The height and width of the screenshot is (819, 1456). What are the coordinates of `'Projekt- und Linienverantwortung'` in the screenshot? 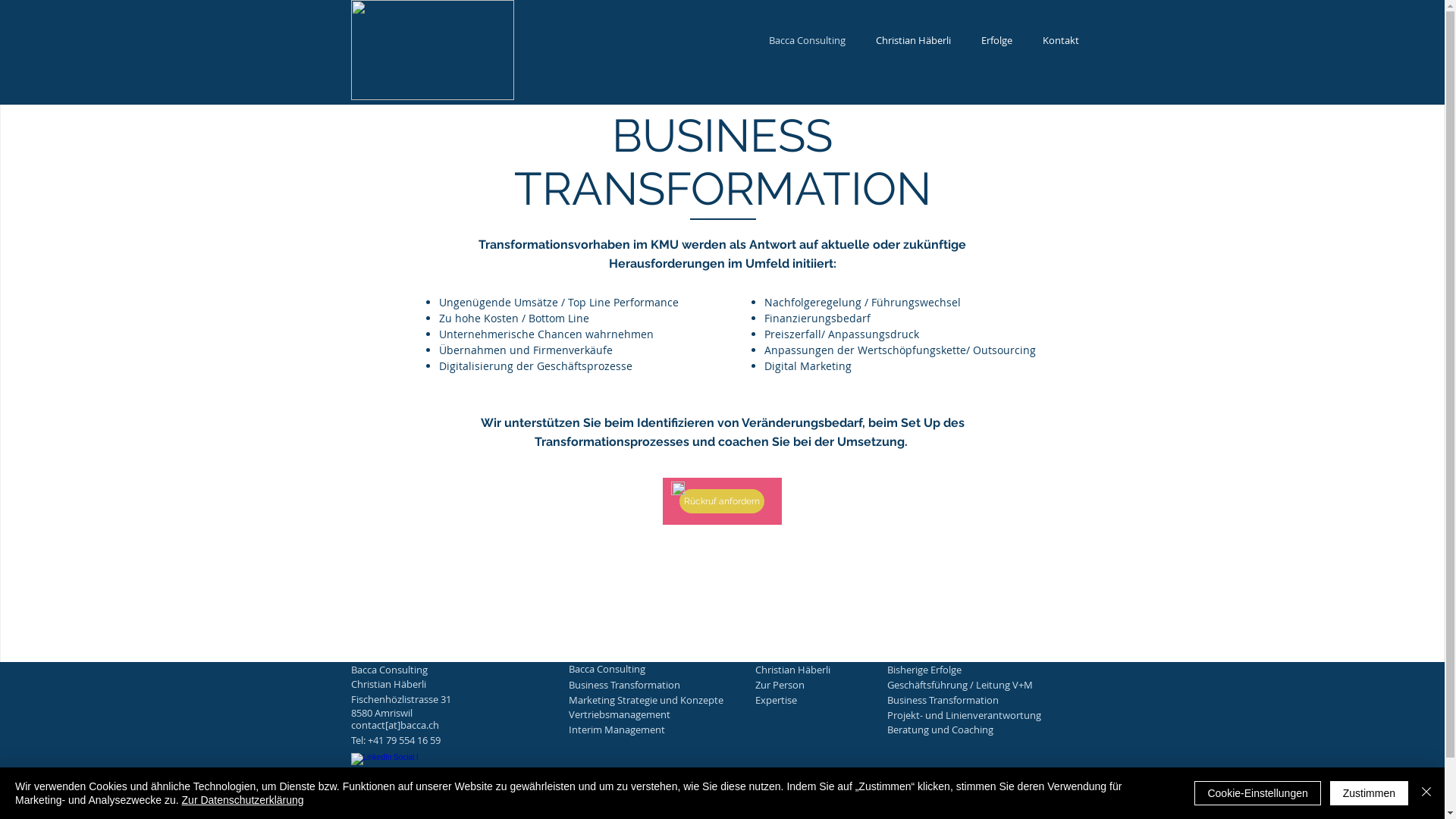 It's located at (964, 714).